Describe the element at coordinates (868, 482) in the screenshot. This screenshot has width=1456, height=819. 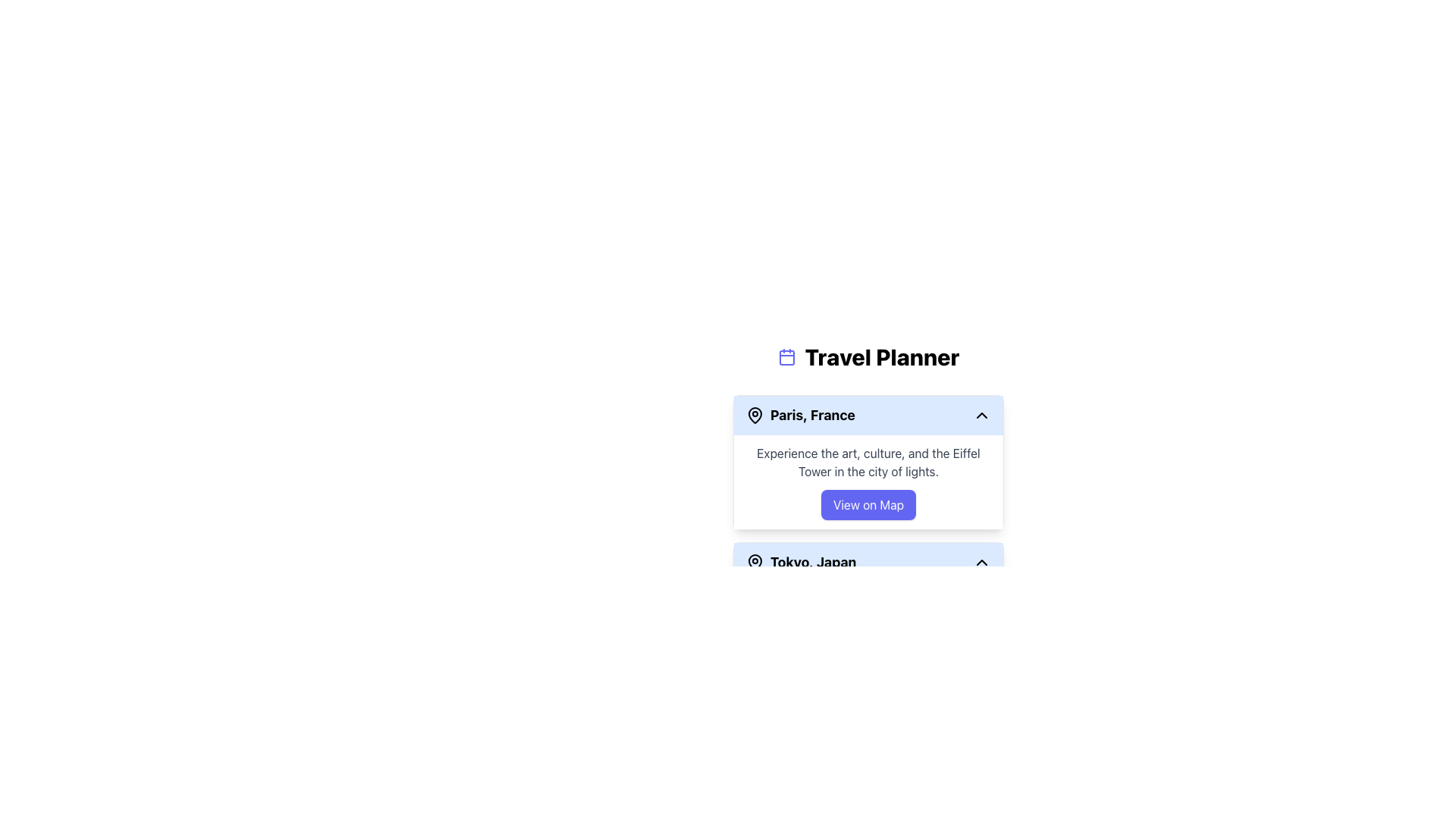
I see `the button within the informational card about the destination 'Paris, France' in the 'Travel Planner' to change its background color` at that location.